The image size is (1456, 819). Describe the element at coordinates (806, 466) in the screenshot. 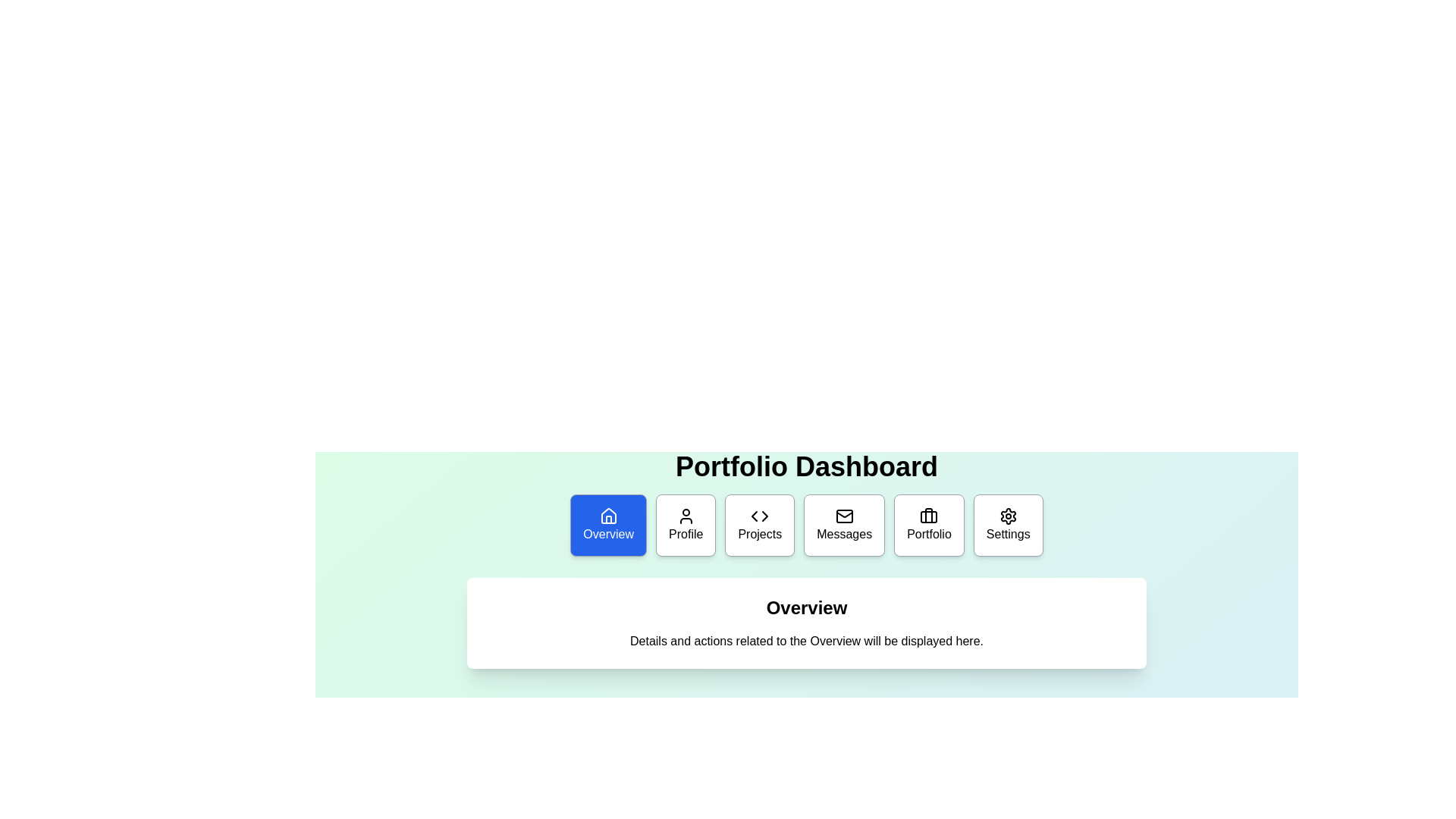

I see `the large, bold text label displaying 'Portfolio Dashboard' at the top of the interface` at that location.